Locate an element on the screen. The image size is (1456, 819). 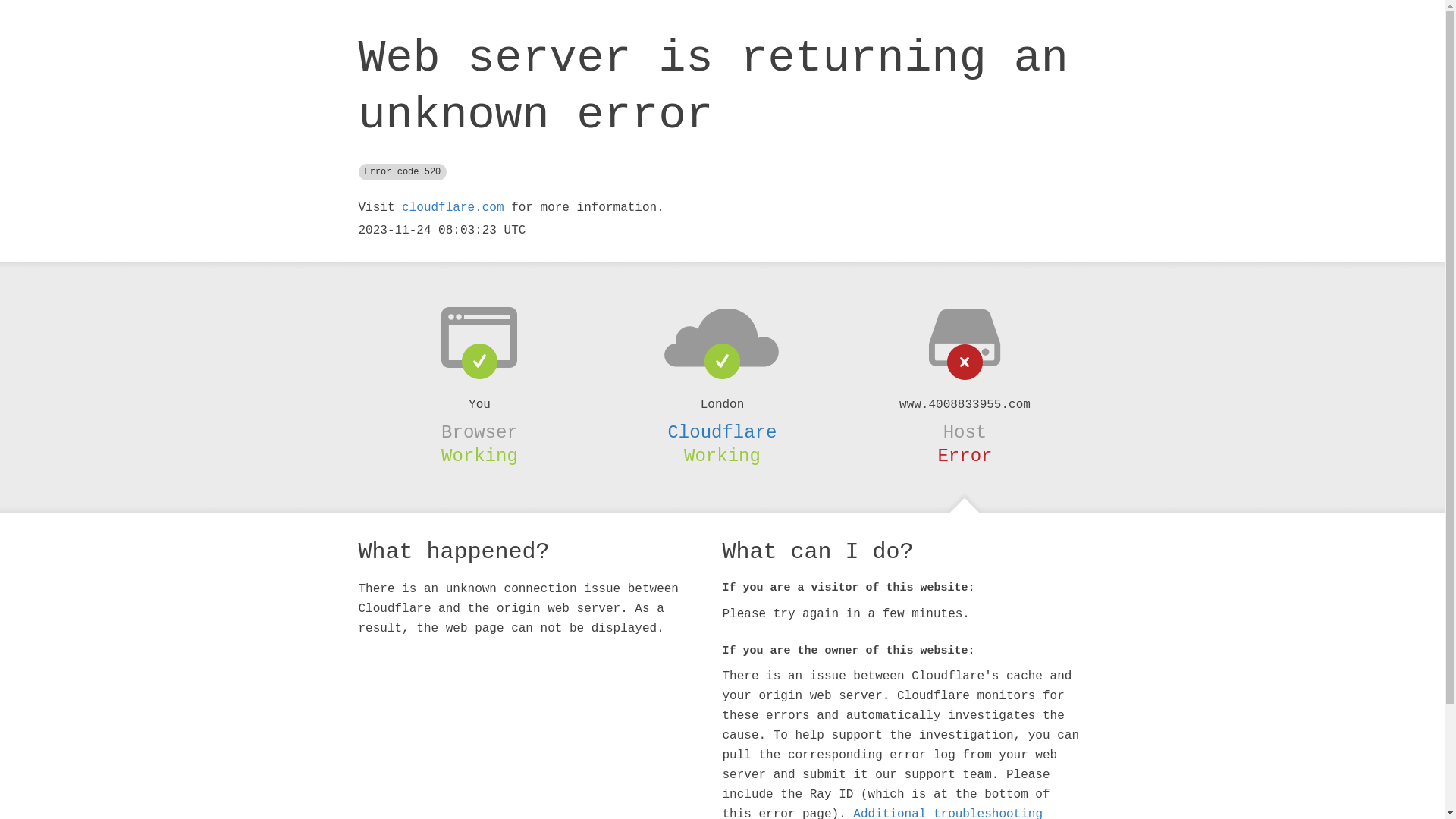
'cloudflare.com' is located at coordinates (451, 207).